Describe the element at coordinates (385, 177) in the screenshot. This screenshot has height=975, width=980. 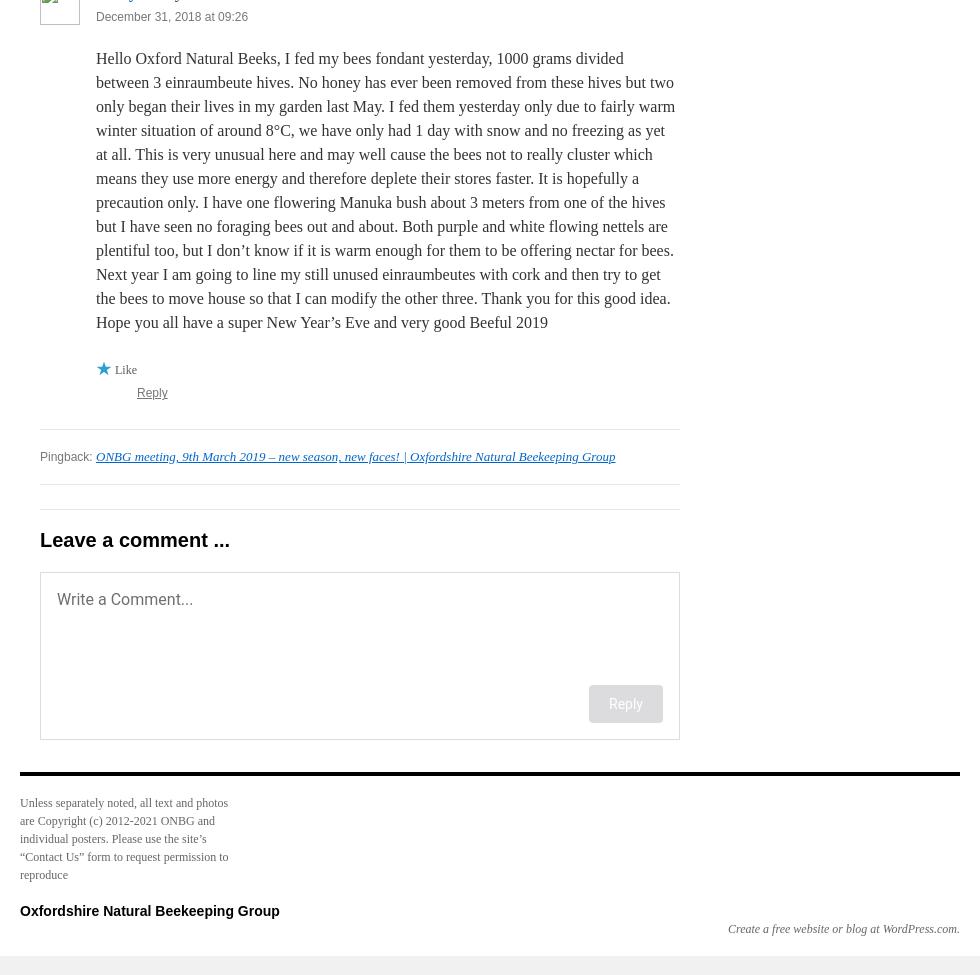
I see `'Hello Oxford Natural Beeks, I fed my bees fondant yesterday, 1000 grams divided between 3 einraumbeute hives. No honey has ever been removed from these hives but two only began their lives in my garden last May. I fed them yesterday only due to fairly warm winter situation of around 8°C, we have only had 1 day with snow and no freezing as yet at all. This is very unusual here and may well cause the bees not to really cluster which means they use more energy and therefore deplete their stores faster. It is hopefully a precaution only. I have one flowering Manuka bush about 3 meters from one of the hives but I have seen no foraging bees out and about. Both purple and white flowing nettels are plentiful too, but I don’t know if it is warm enough for them to be offering nectar for bees. Next year I am going to line my still unused einraumbeutes with cork and then try to get the bees to move house so that I can modify the other three. Thank you for this good idea.'` at that location.